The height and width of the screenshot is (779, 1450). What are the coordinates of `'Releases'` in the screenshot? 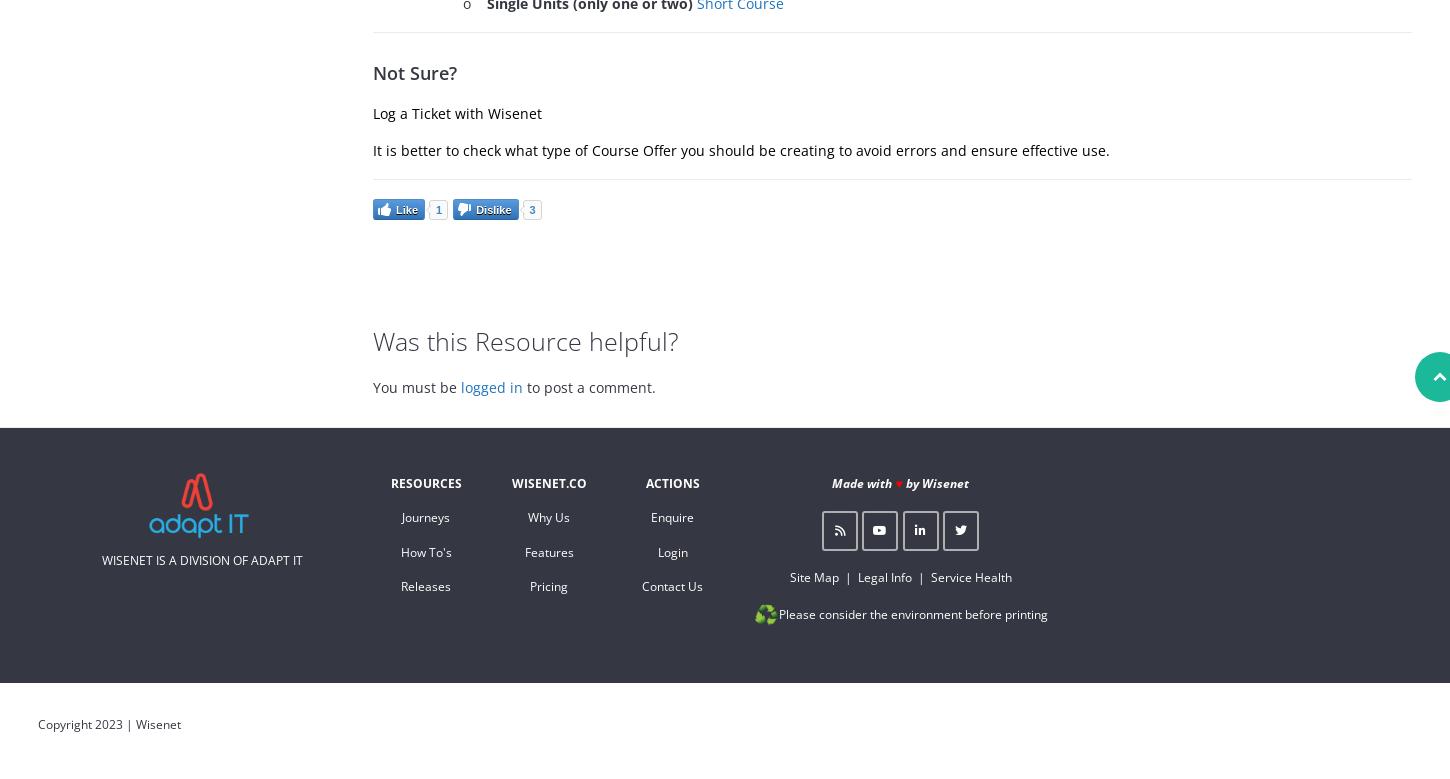 It's located at (400, 584).